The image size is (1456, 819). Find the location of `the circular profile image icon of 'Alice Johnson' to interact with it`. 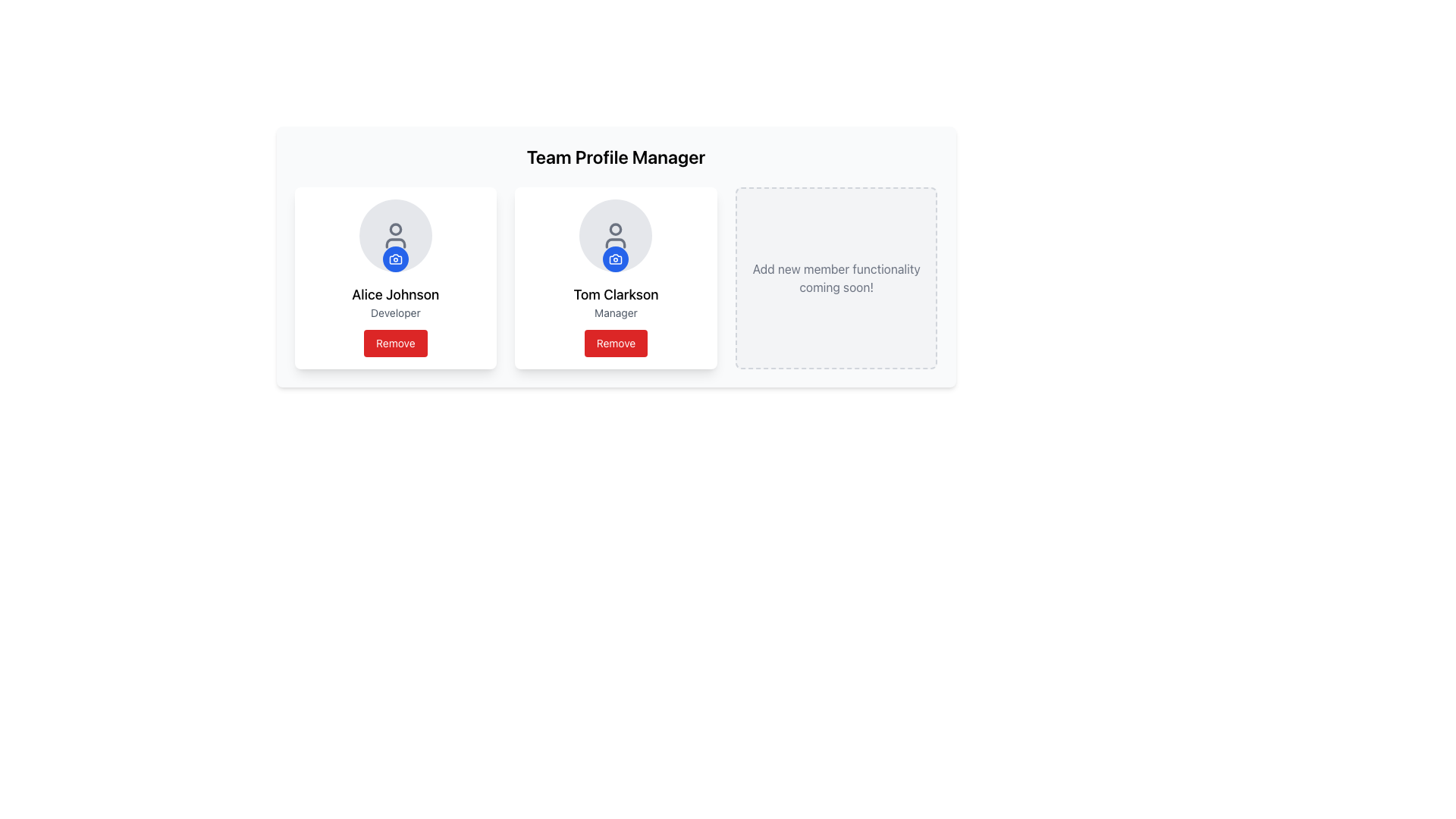

the circular profile image icon of 'Alice Johnson' to interact with it is located at coordinates (395, 236).